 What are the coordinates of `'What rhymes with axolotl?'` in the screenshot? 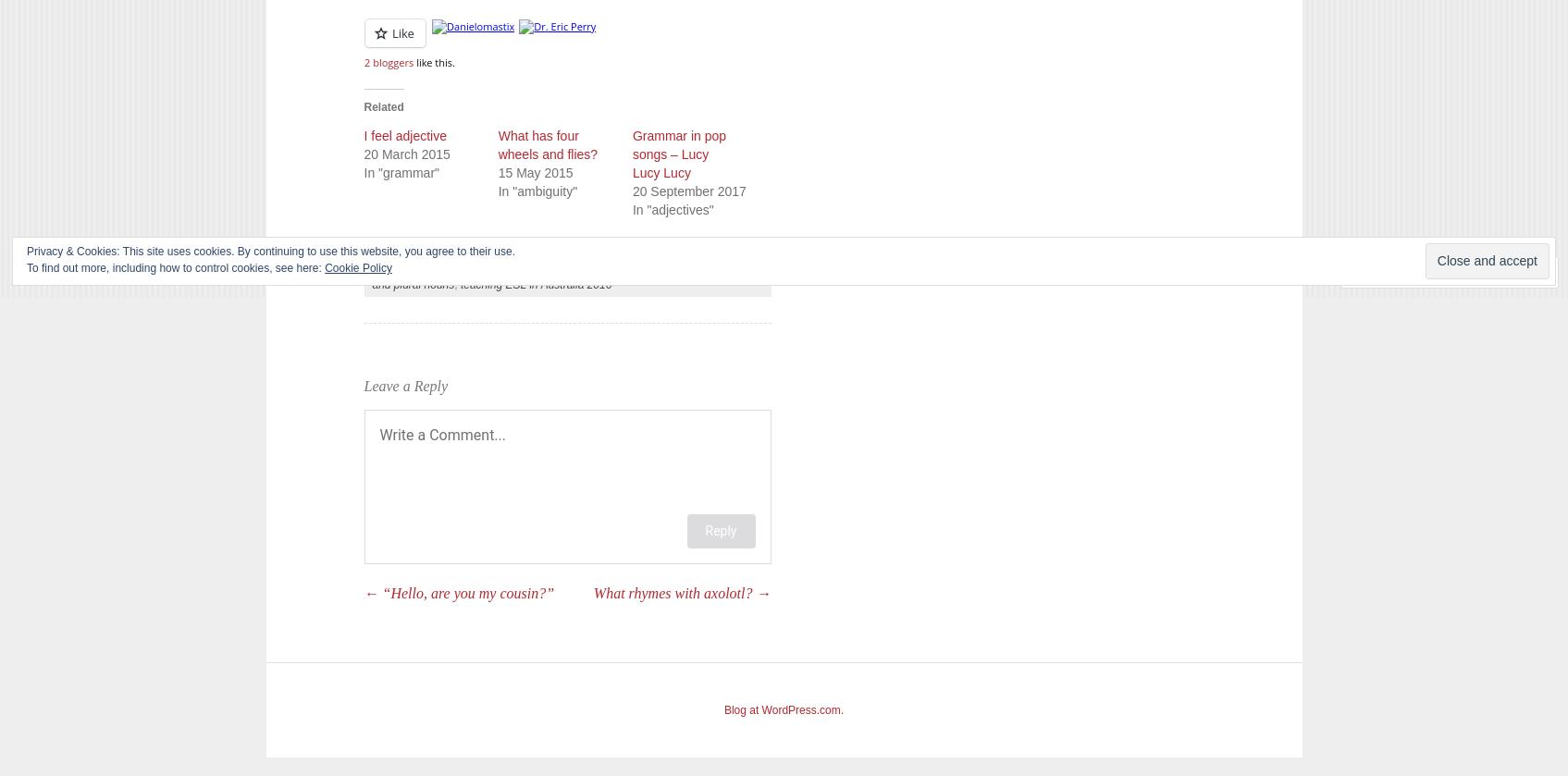 It's located at (673, 591).